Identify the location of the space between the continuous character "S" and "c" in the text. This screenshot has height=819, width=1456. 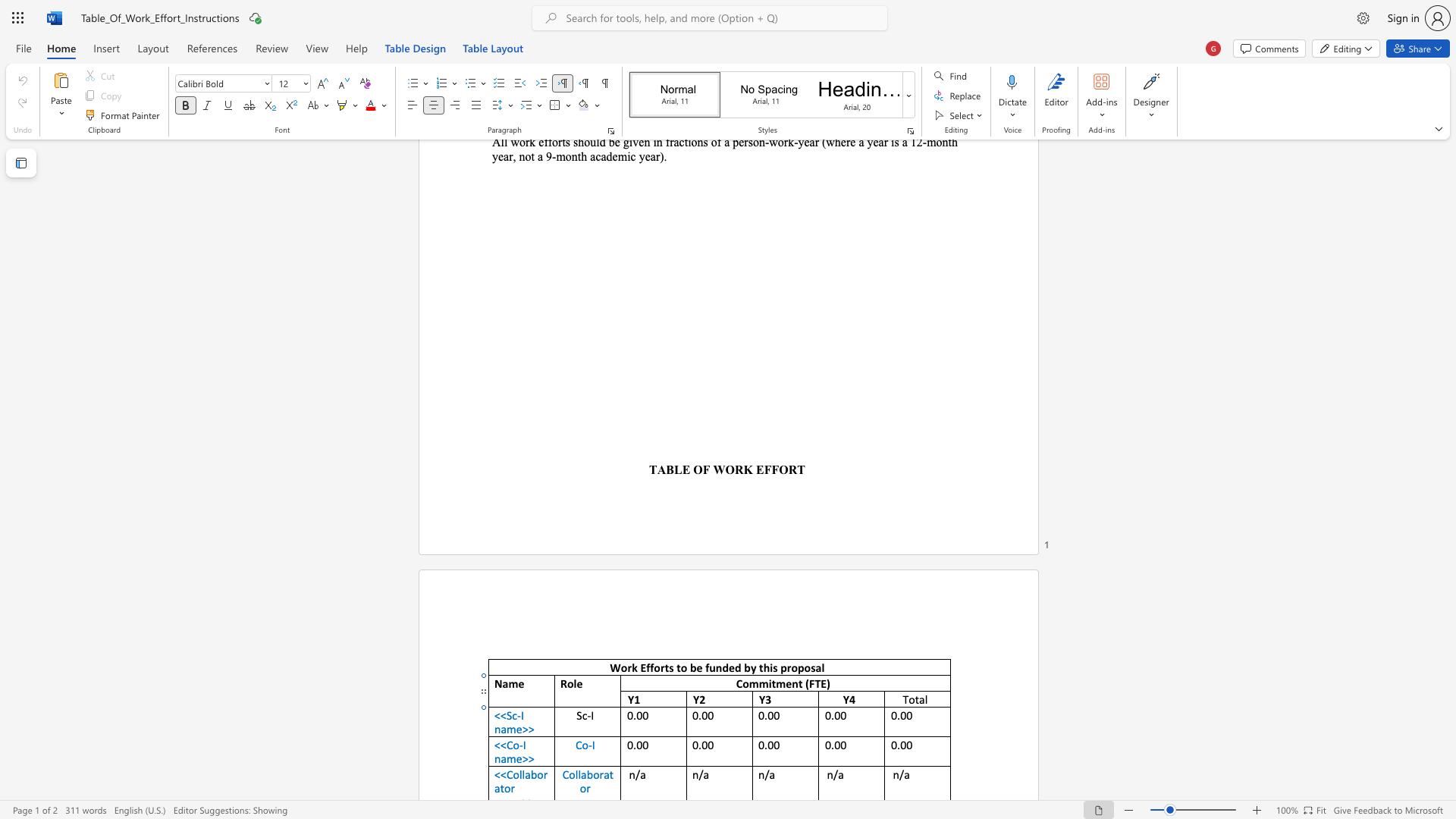
(512, 715).